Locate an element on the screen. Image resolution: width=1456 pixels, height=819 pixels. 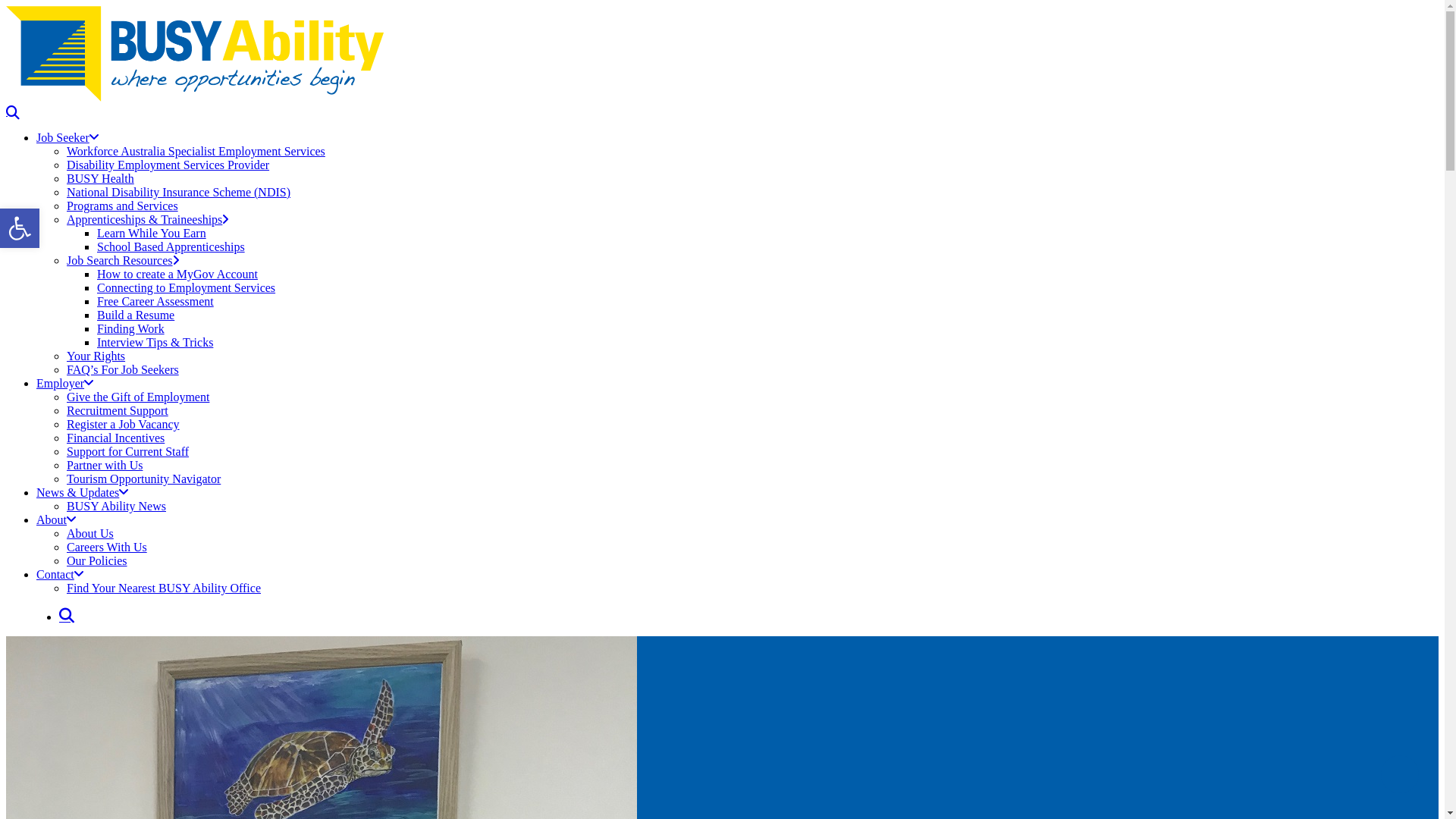
'Recruitment Support' is located at coordinates (116, 410).